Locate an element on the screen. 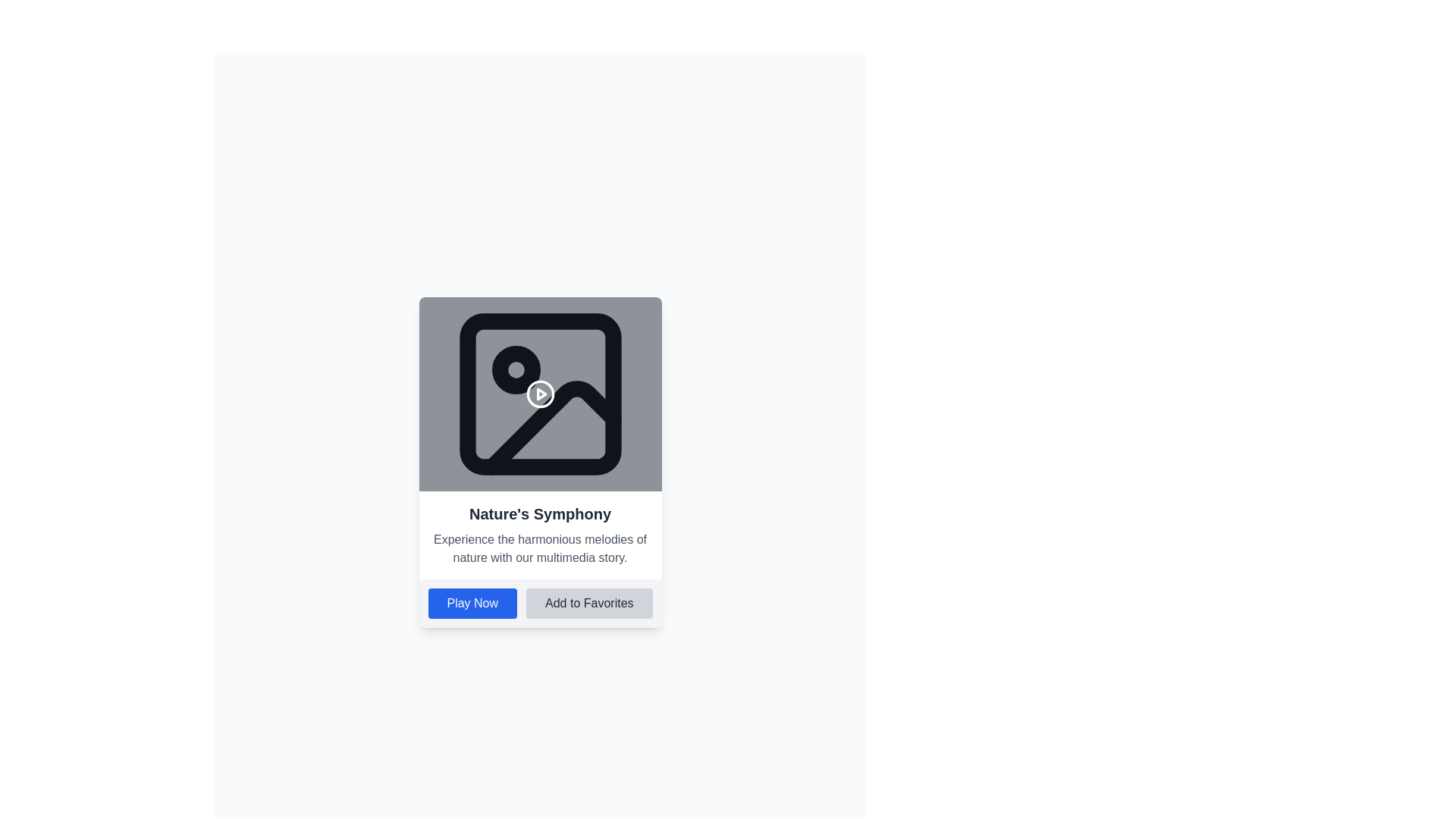  the 'Play' button located centrally within the square card, positioned above the card's textual description area, to initiate playback of multimedia content is located at coordinates (540, 394).